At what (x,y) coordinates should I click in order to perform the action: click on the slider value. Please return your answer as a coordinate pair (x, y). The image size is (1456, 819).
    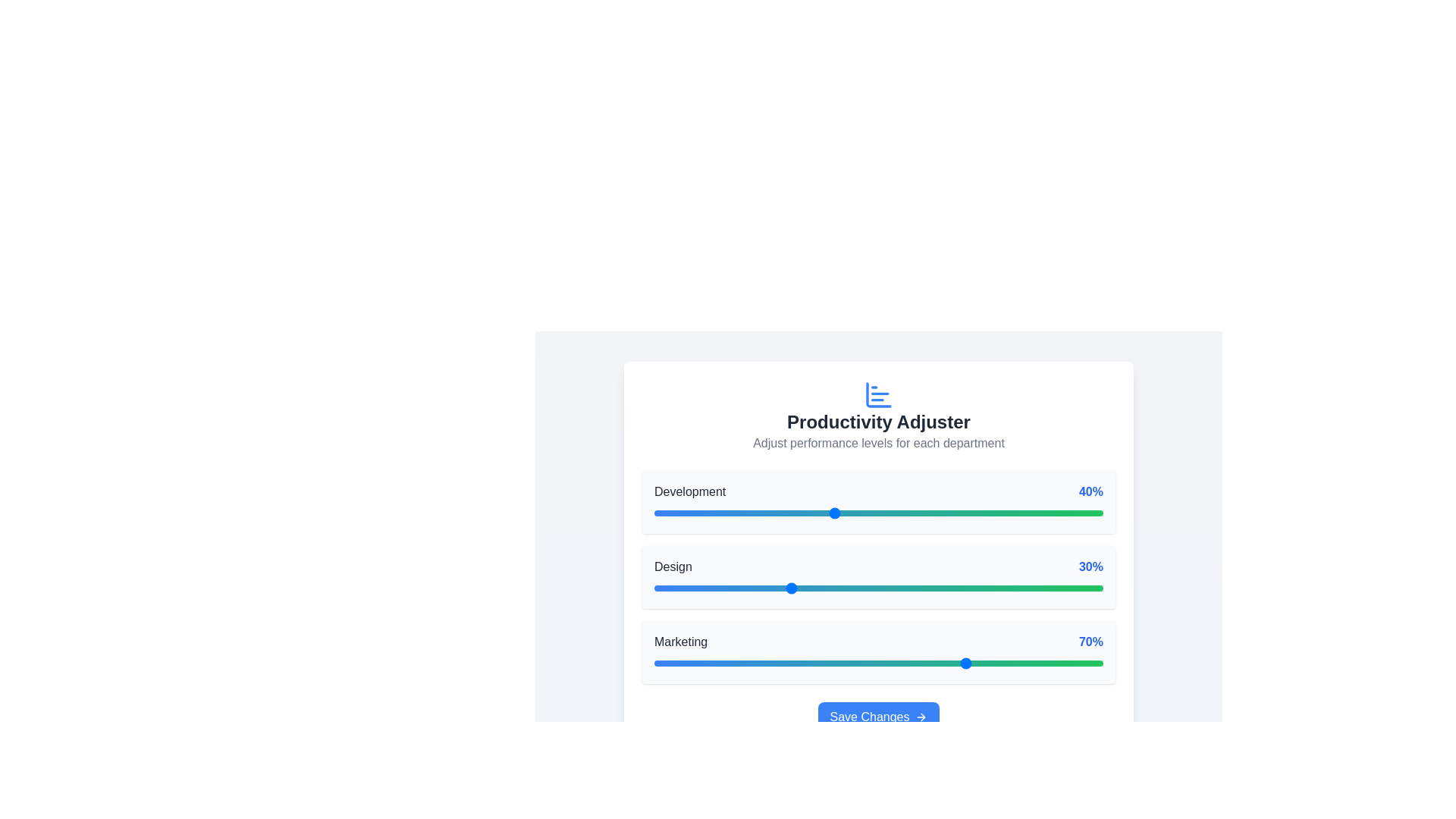
    Looking at the image, I should click on (1022, 663).